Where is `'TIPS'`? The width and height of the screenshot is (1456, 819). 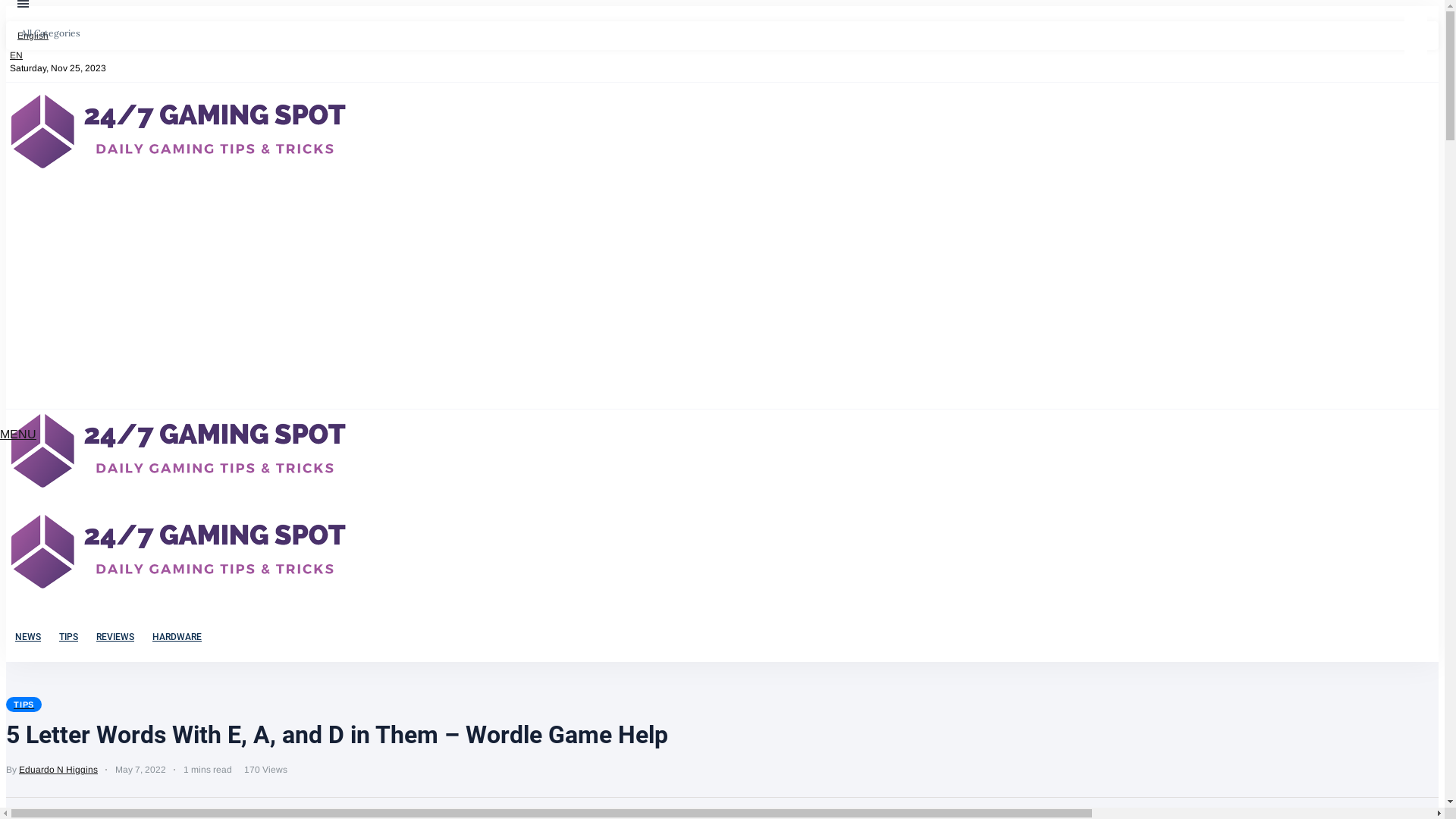 'TIPS' is located at coordinates (24, 704).